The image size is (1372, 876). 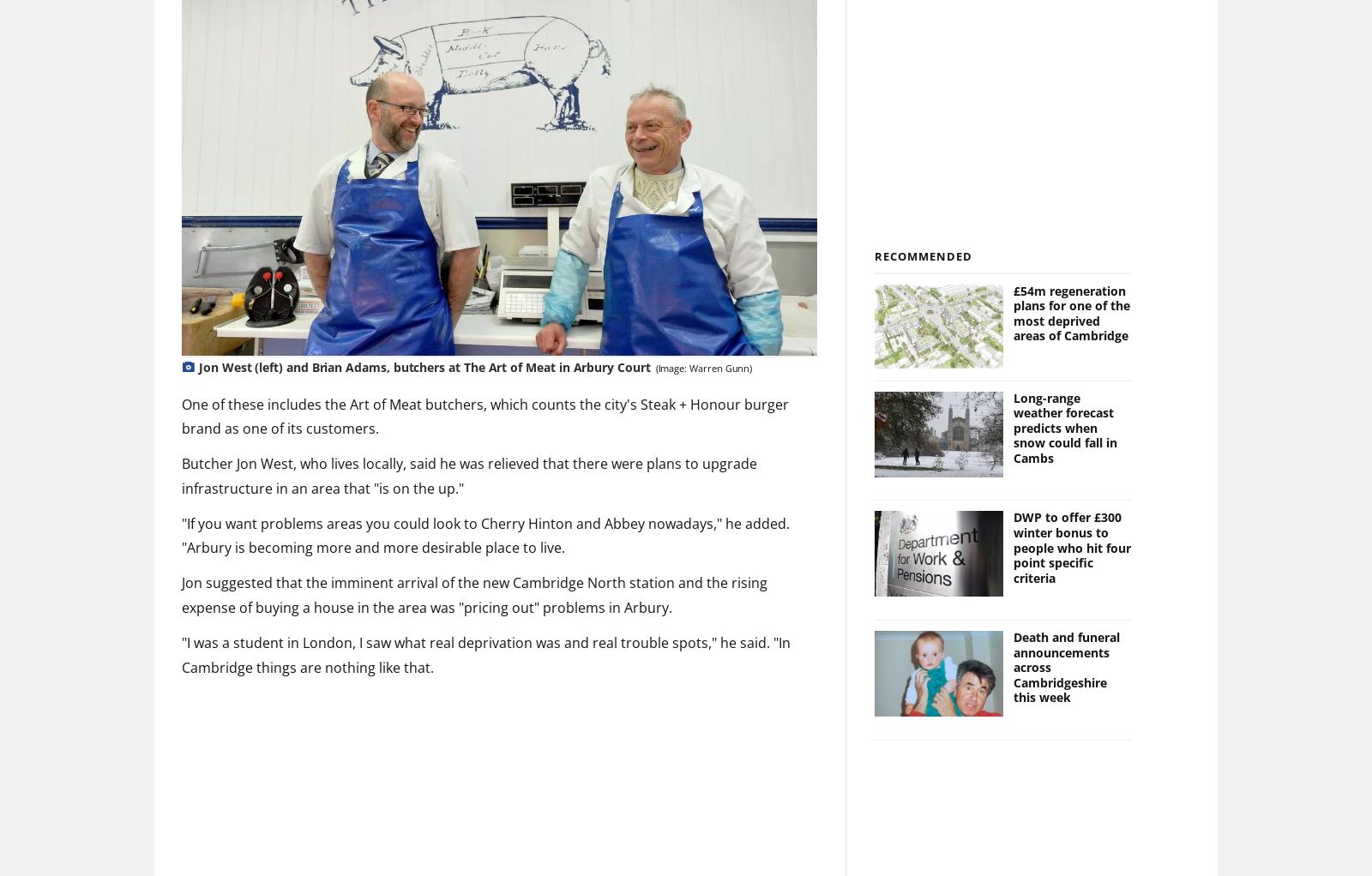 I want to click on '(Image: Warren Gunn)', so click(x=702, y=368).